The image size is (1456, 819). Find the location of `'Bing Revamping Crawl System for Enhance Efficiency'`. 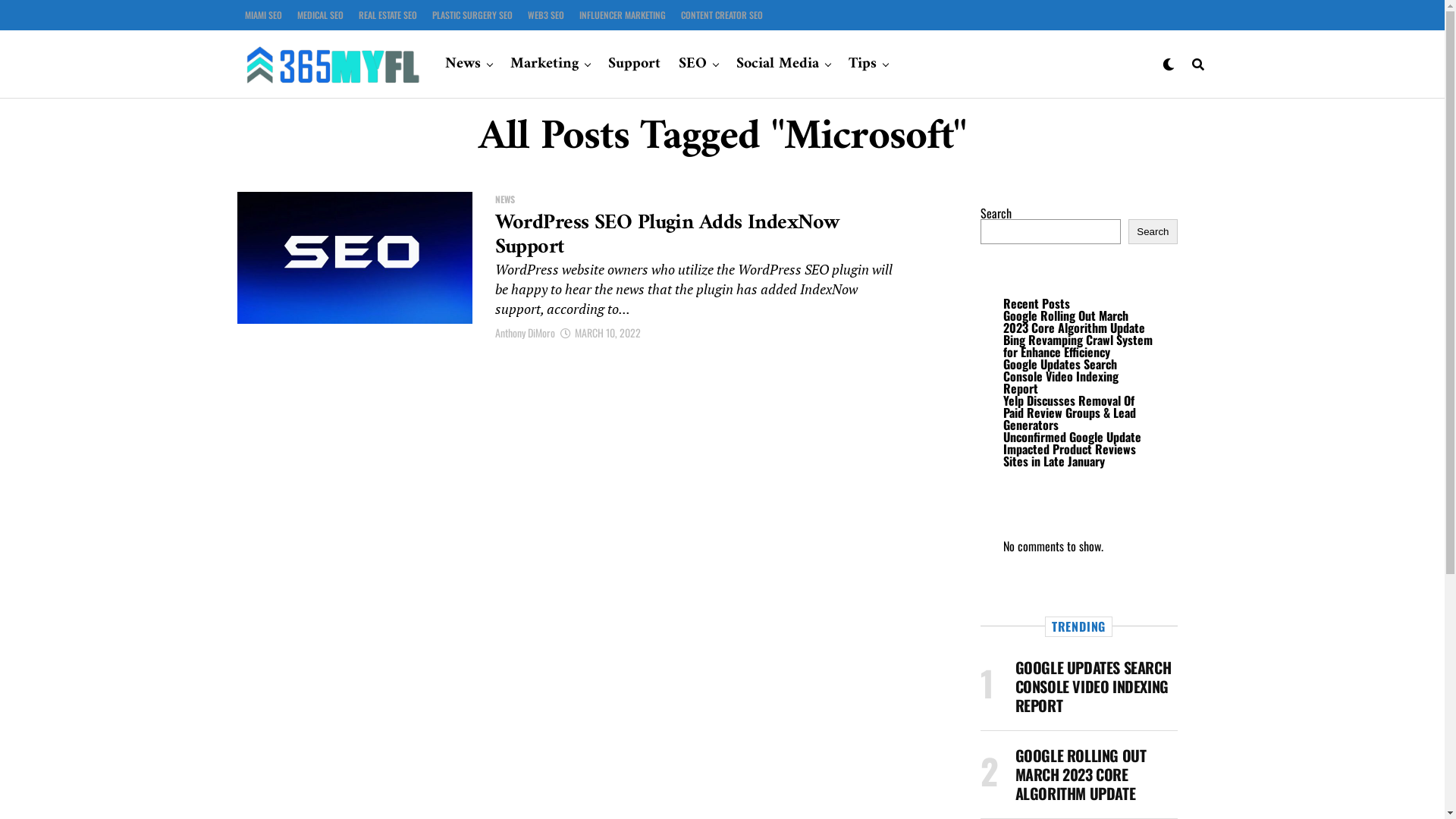

'Bing Revamping Crawl System for Enhance Efficiency' is located at coordinates (1002, 345).